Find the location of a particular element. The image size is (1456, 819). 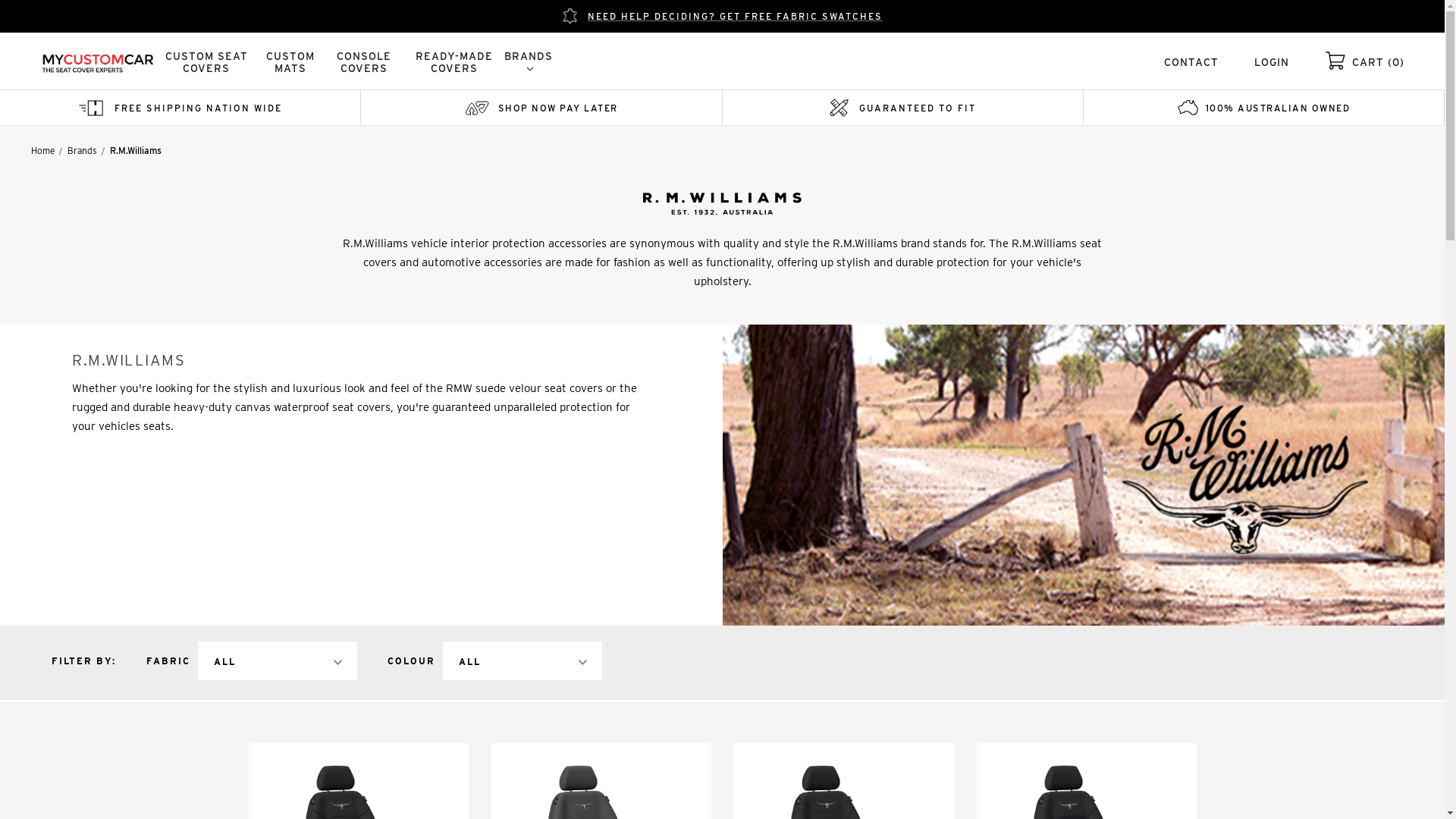

'CUSTOM SEAT COVERS' is located at coordinates (206, 61).